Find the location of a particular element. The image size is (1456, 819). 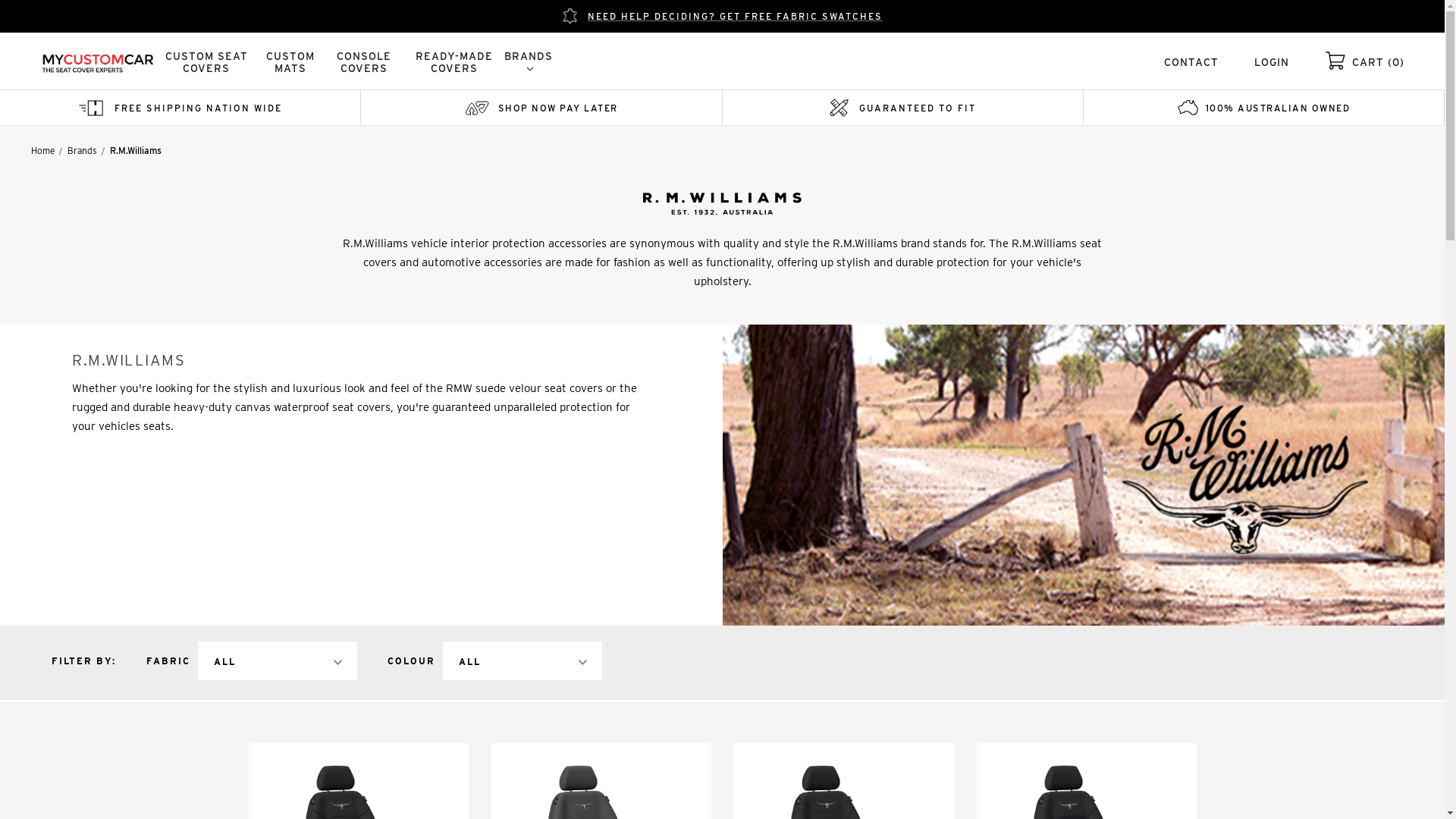

'CUSTOM SEAT COVERS' is located at coordinates (206, 61).